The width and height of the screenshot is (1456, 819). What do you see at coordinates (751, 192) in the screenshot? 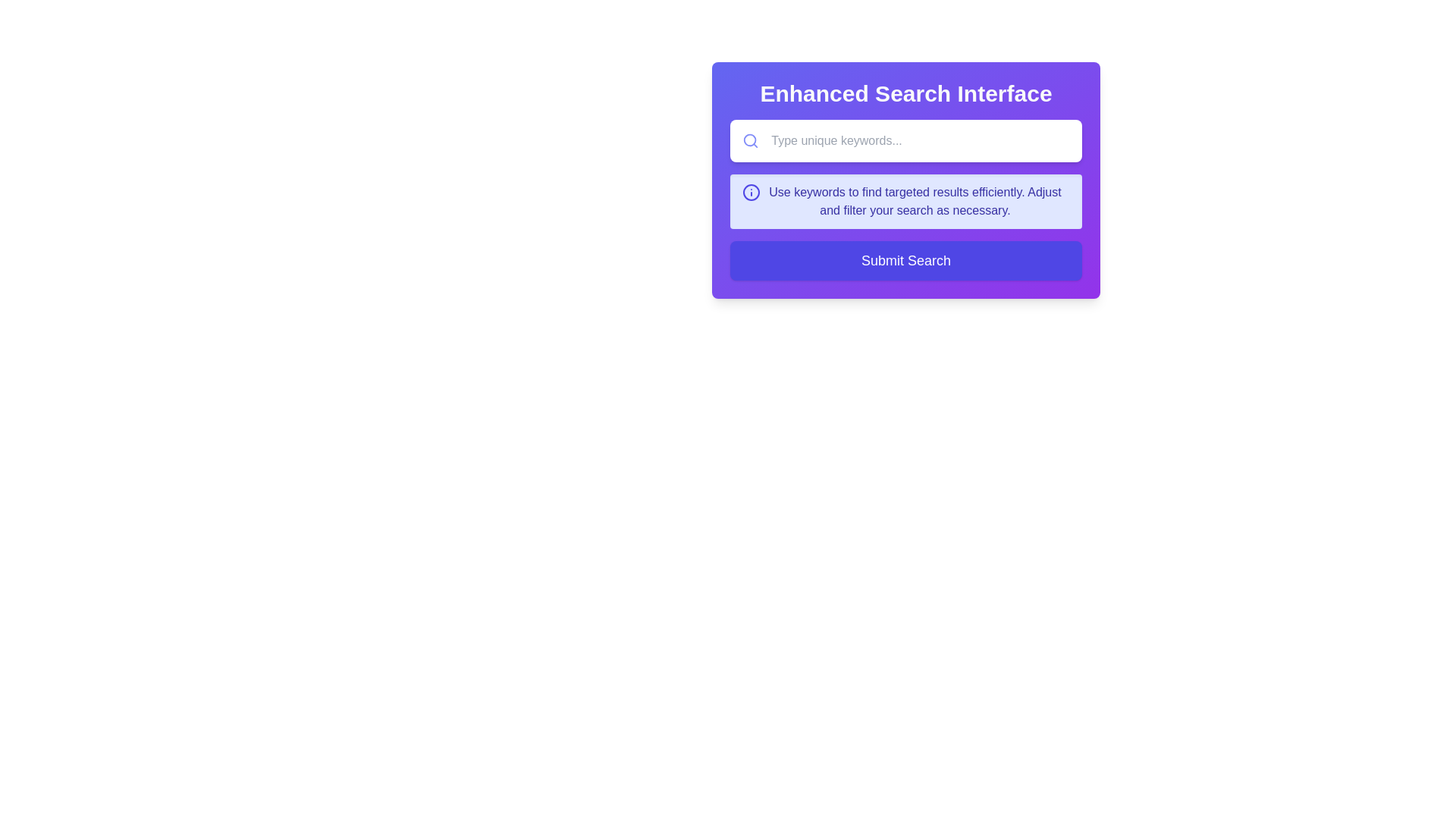
I see `the circular icon with an indigo border and internal symbol, located to the left of the instruction text block about using keywords for search results` at bounding box center [751, 192].